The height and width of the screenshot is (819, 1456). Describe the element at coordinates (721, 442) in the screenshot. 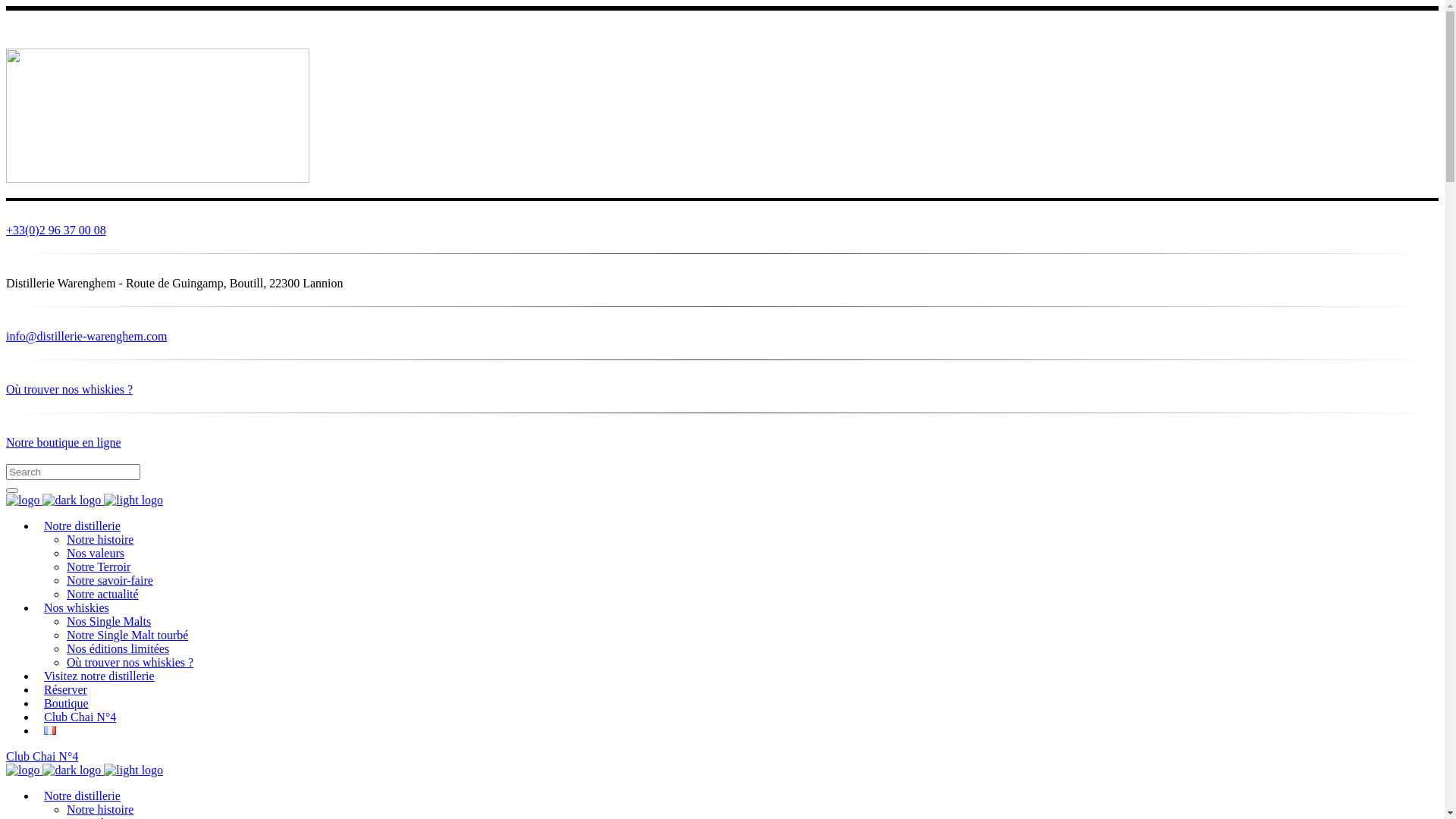

I see `'Notre boutique en ligne'` at that location.